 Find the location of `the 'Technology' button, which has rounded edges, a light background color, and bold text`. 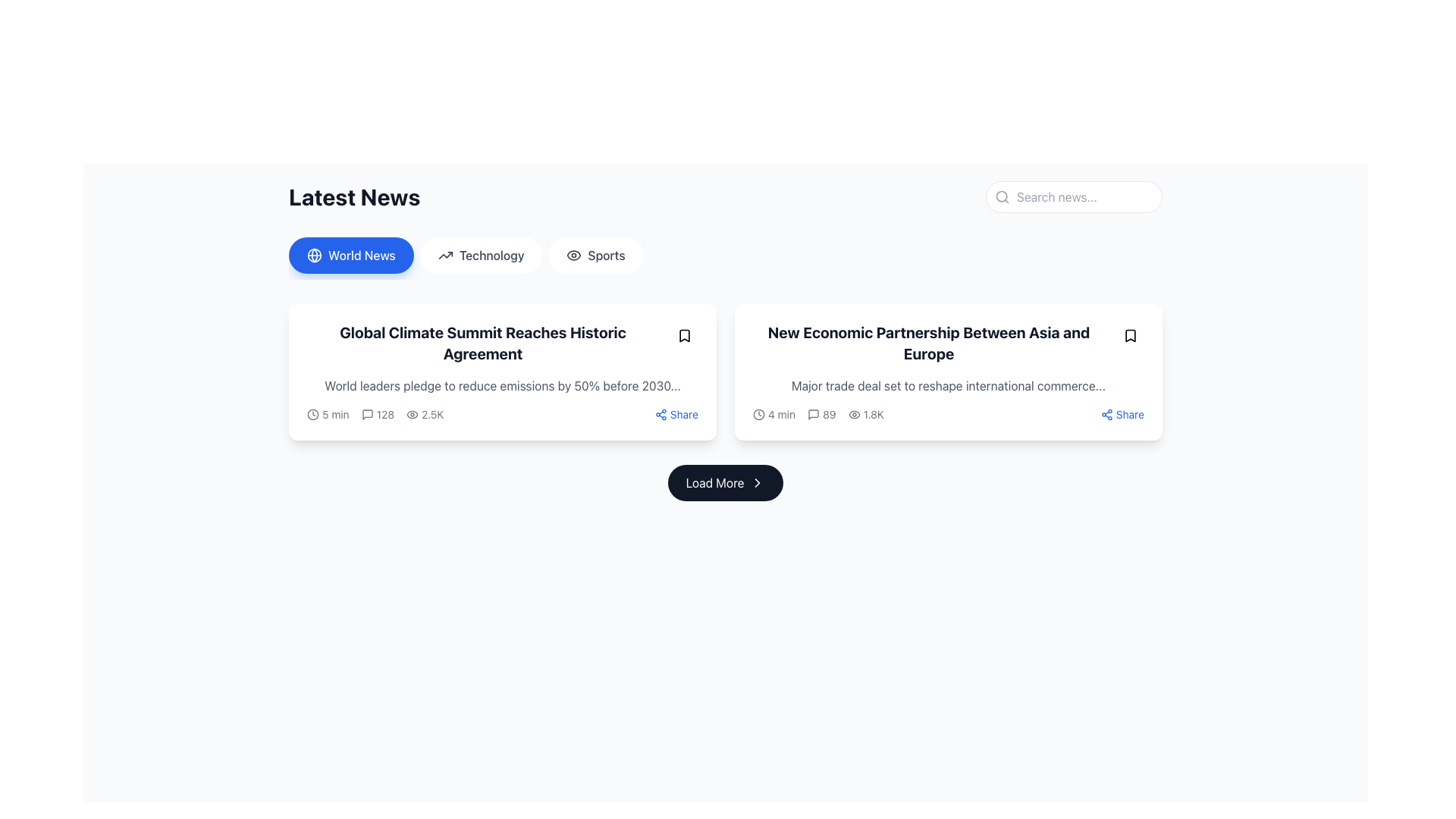

the 'Technology' button, which has rounded edges, a light background color, and bold text is located at coordinates (480, 254).